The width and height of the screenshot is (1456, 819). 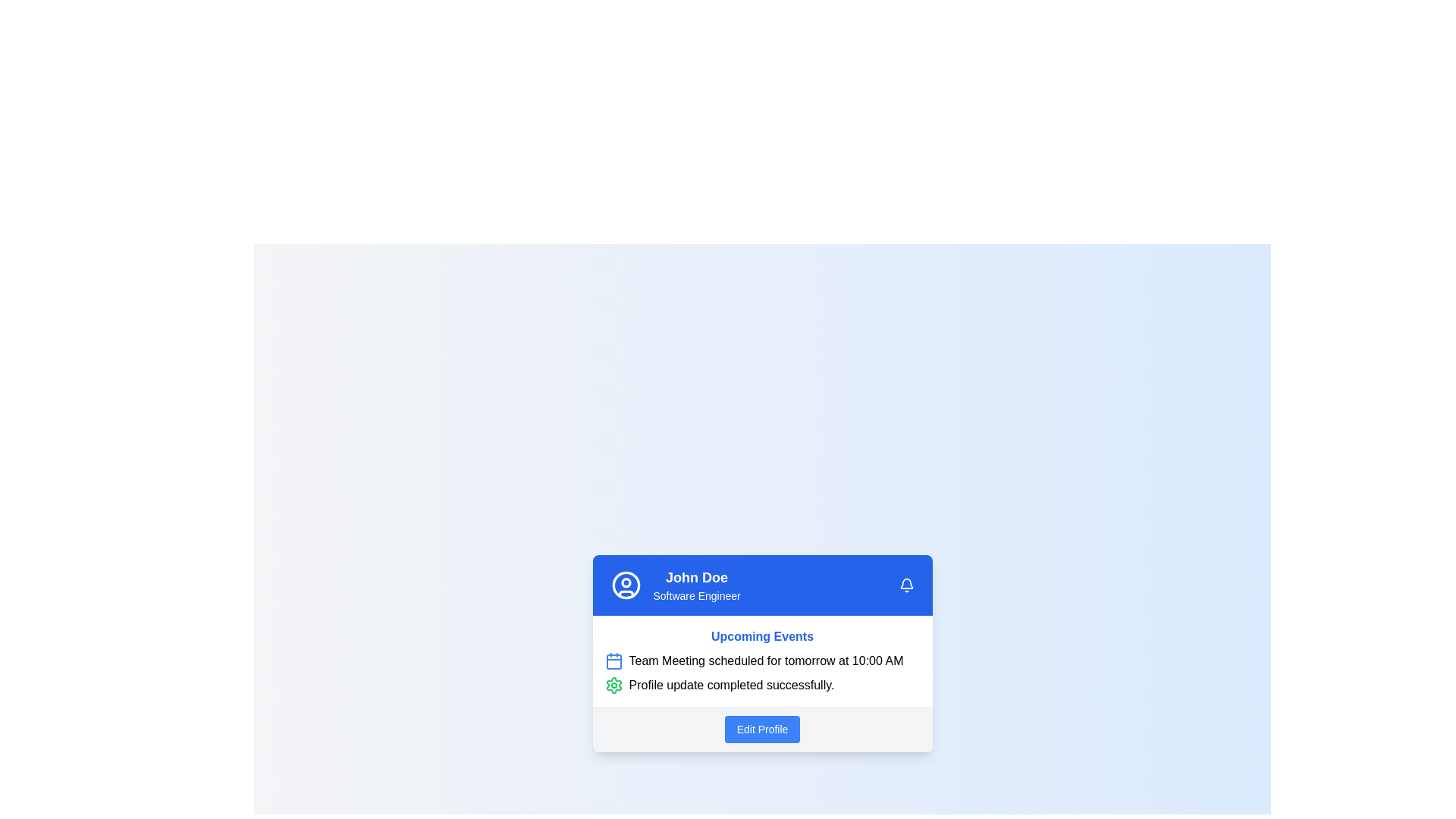 What do you see at coordinates (696, 578) in the screenshot?
I see `text content of the bold label 'John Doe' located at the top of the profile card with a blue background` at bounding box center [696, 578].